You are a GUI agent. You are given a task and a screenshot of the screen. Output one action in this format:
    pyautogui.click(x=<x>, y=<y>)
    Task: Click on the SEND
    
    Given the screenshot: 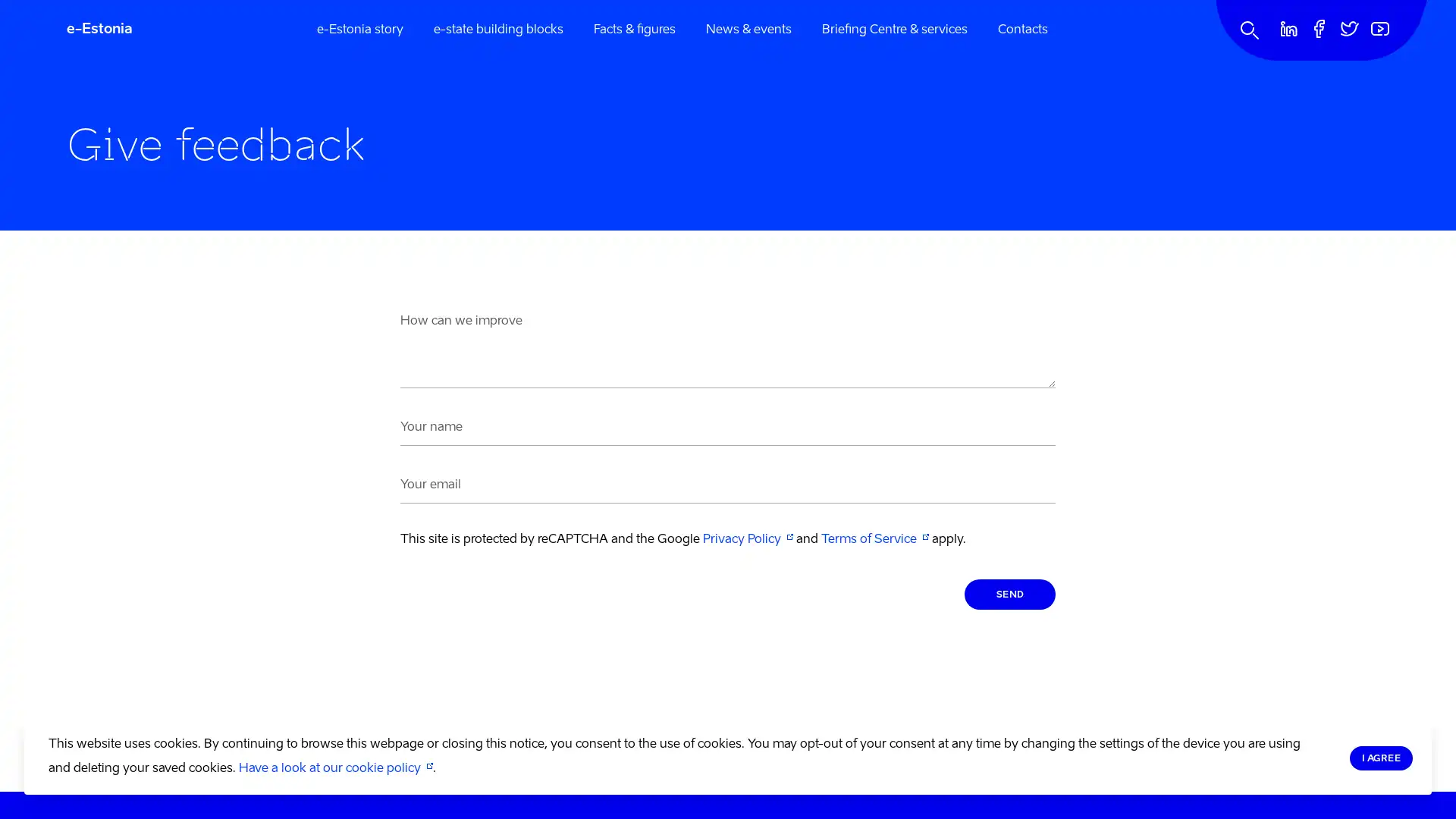 What is the action you would take?
    pyautogui.click(x=1009, y=593)
    